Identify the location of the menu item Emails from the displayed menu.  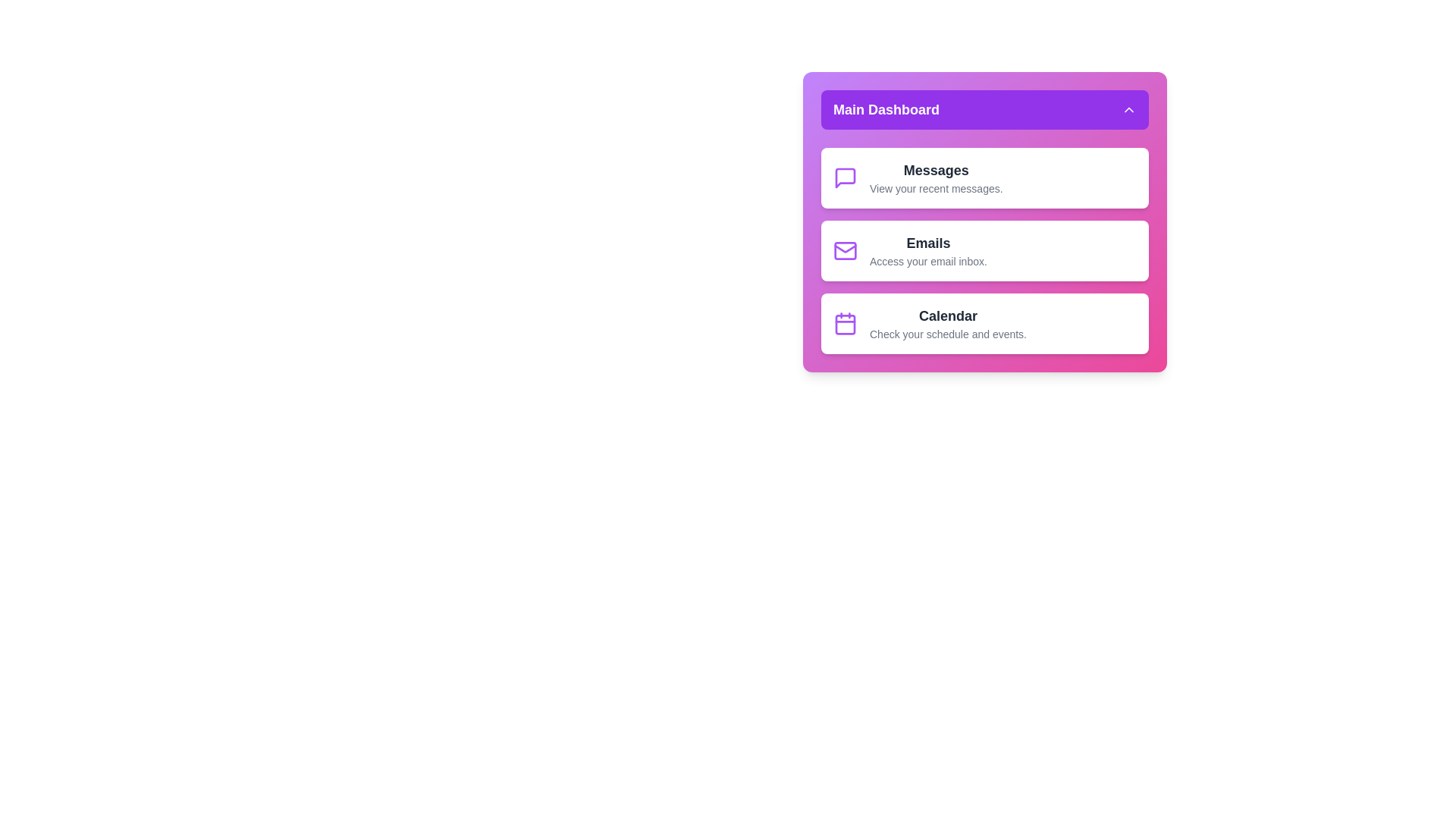
(985, 250).